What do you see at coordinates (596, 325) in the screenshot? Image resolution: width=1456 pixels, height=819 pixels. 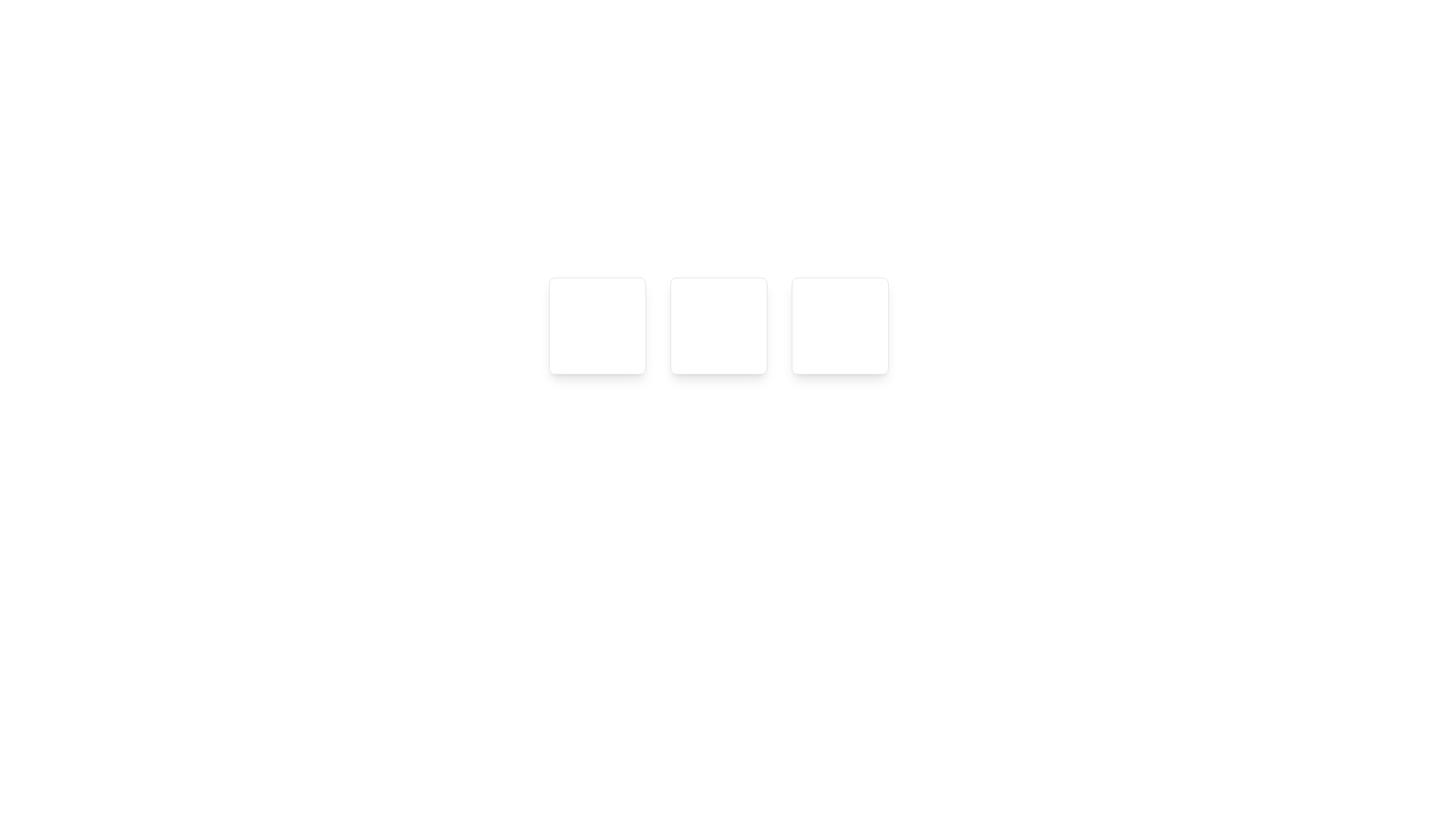 I see `the first card or tile component in a horizontal sequence` at bounding box center [596, 325].